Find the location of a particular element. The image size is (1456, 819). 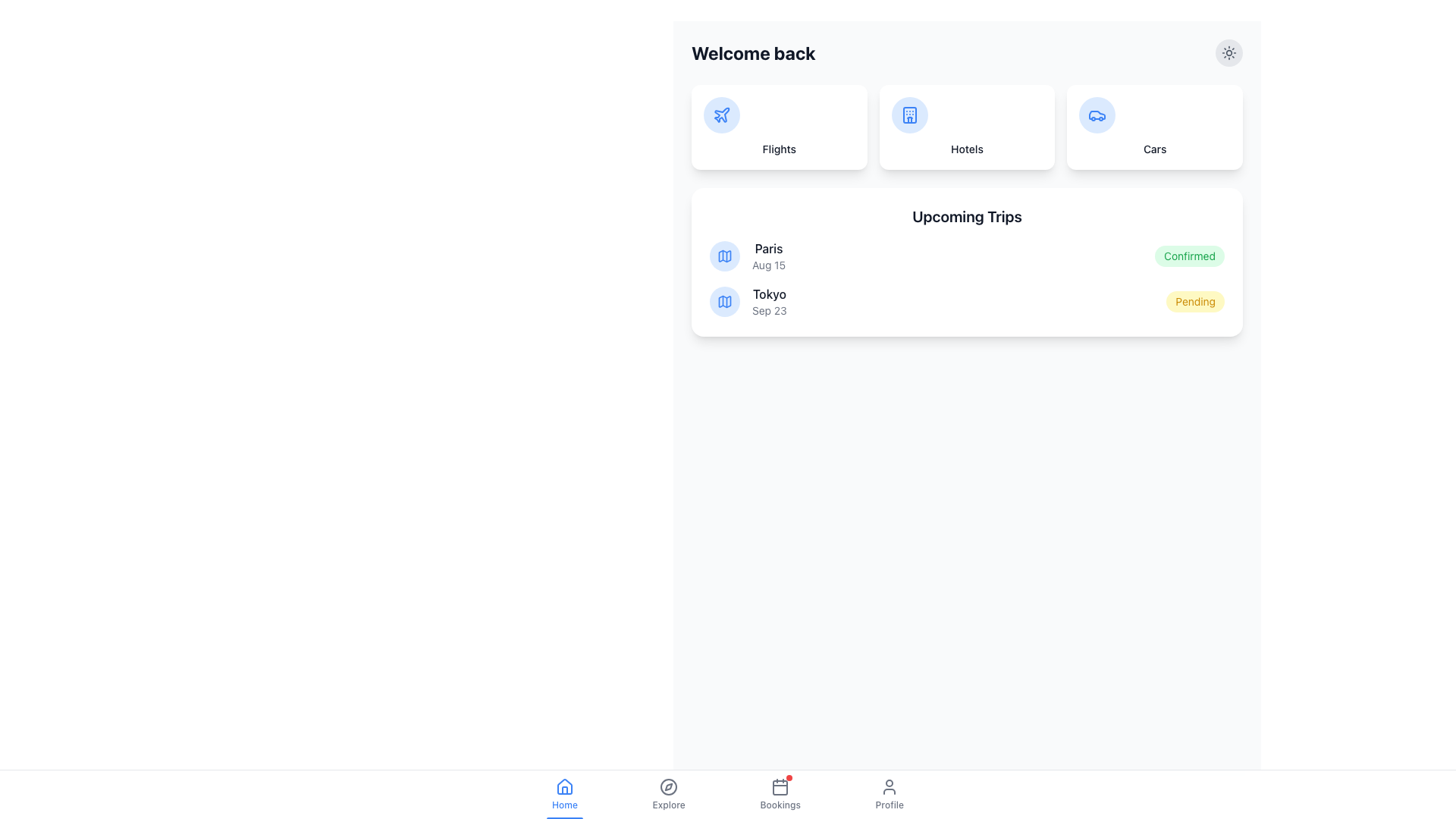

the text label element displaying 'Tokyo' in bold, dark gray color, which is positioned under the 'Upcoming Trips' section is located at coordinates (769, 294).